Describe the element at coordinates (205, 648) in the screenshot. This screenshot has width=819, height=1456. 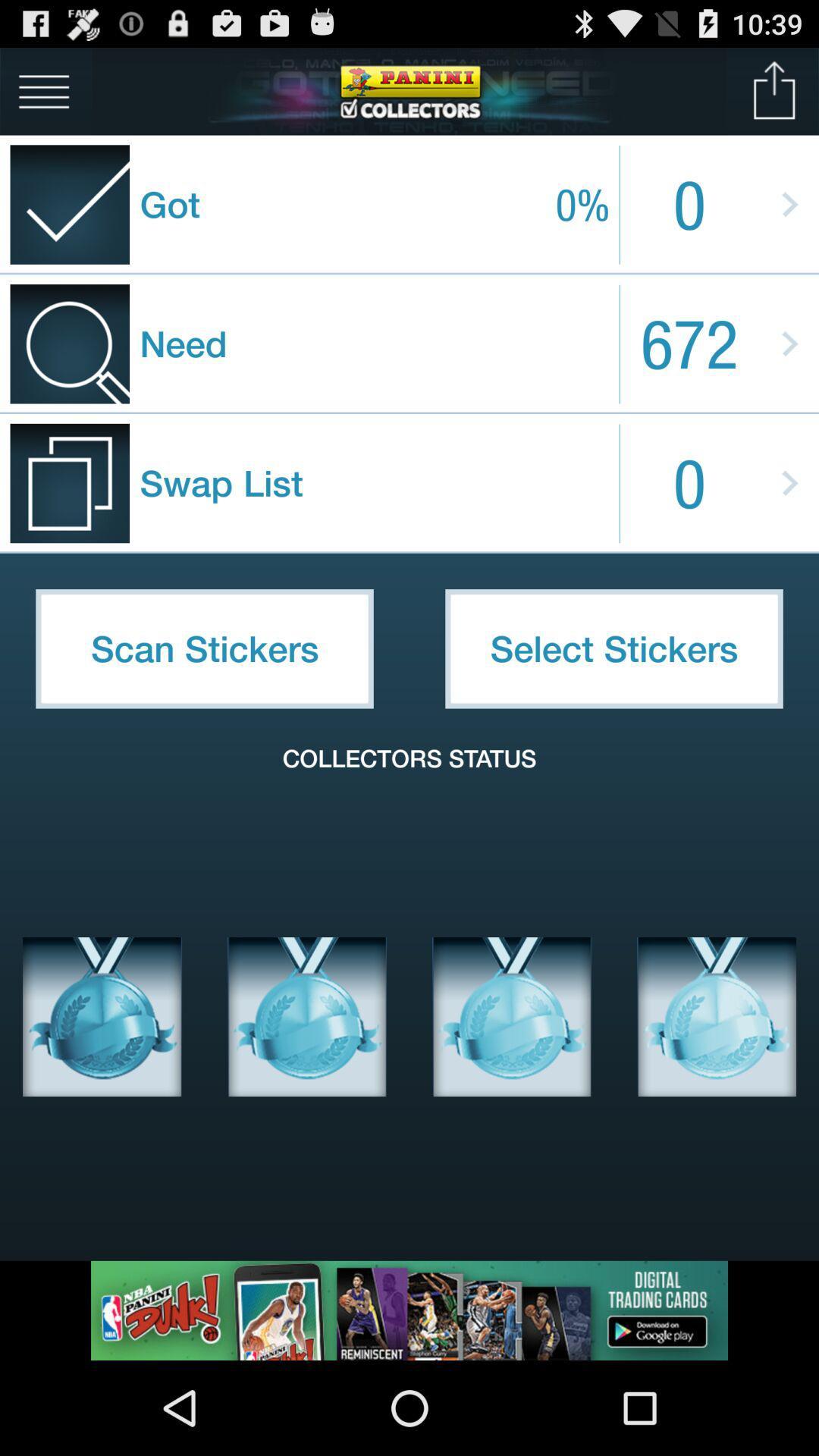
I see `the item on the left` at that location.